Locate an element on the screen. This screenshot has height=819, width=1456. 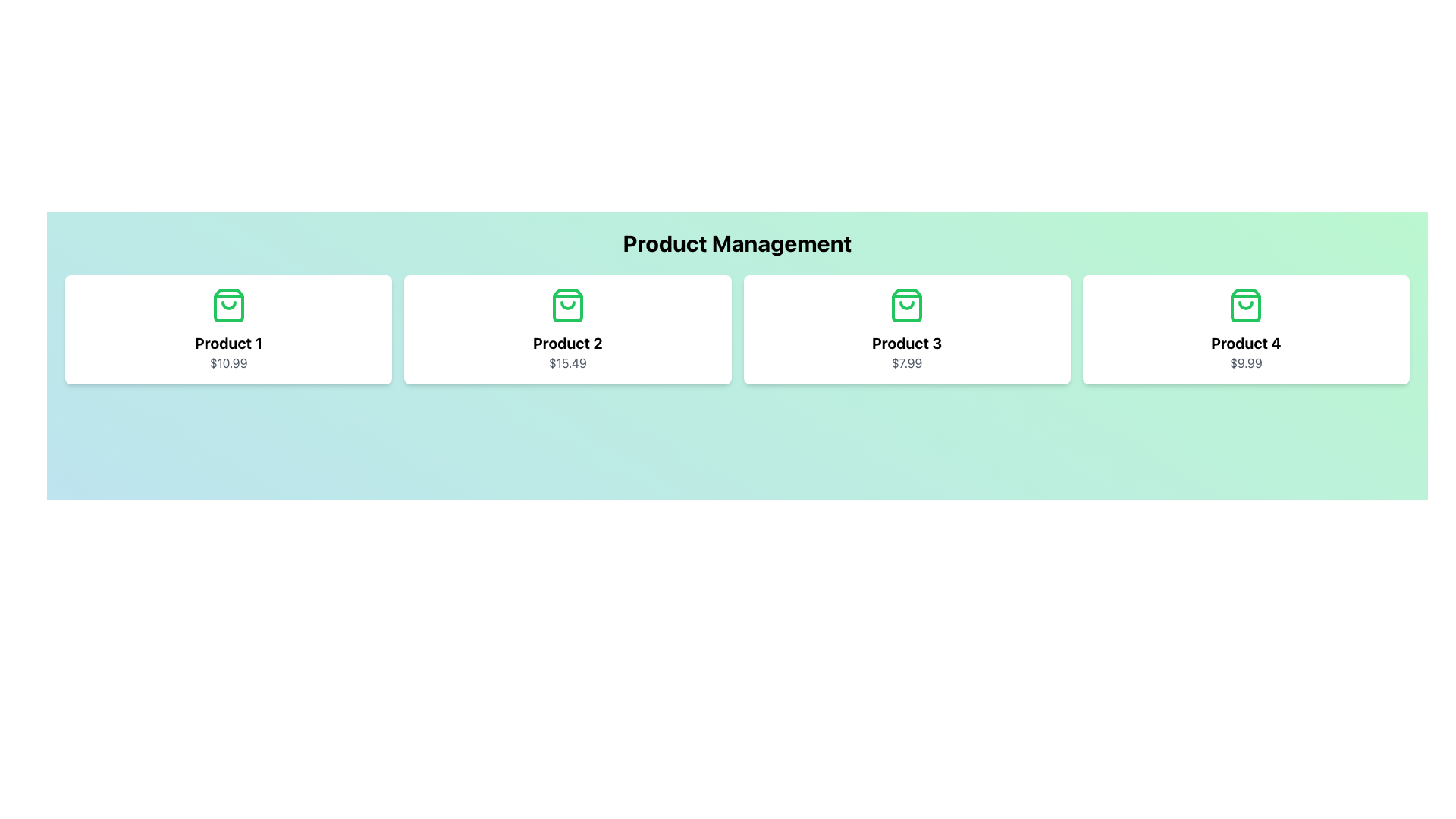
the vector graphic icon of a shopping bag, which is styled with green strokes and located in the second card labeled 'Product 2' is located at coordinates (566, 305).